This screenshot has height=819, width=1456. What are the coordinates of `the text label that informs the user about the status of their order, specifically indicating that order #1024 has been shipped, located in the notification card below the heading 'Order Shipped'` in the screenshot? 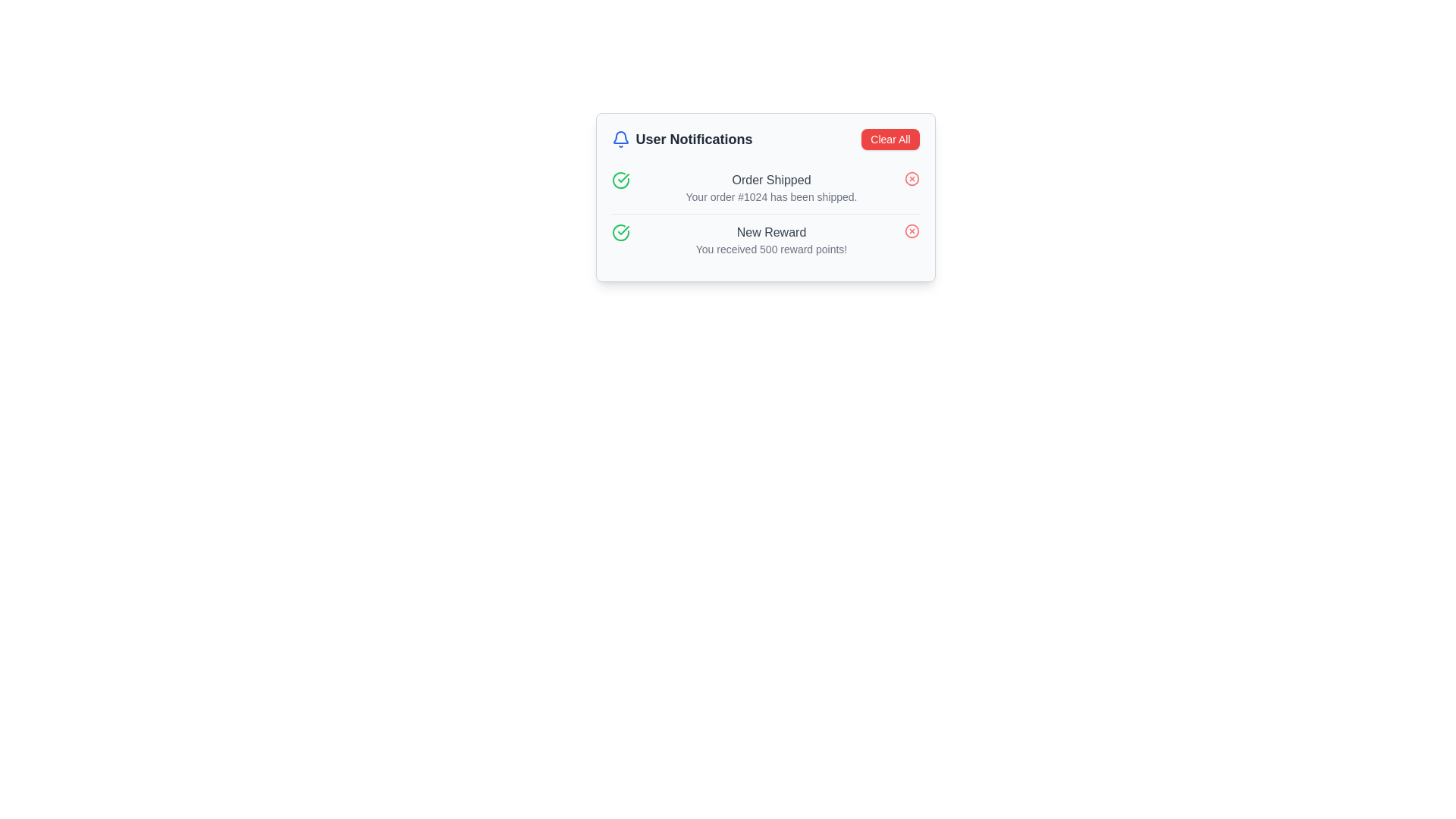 It's located at (771, 196).